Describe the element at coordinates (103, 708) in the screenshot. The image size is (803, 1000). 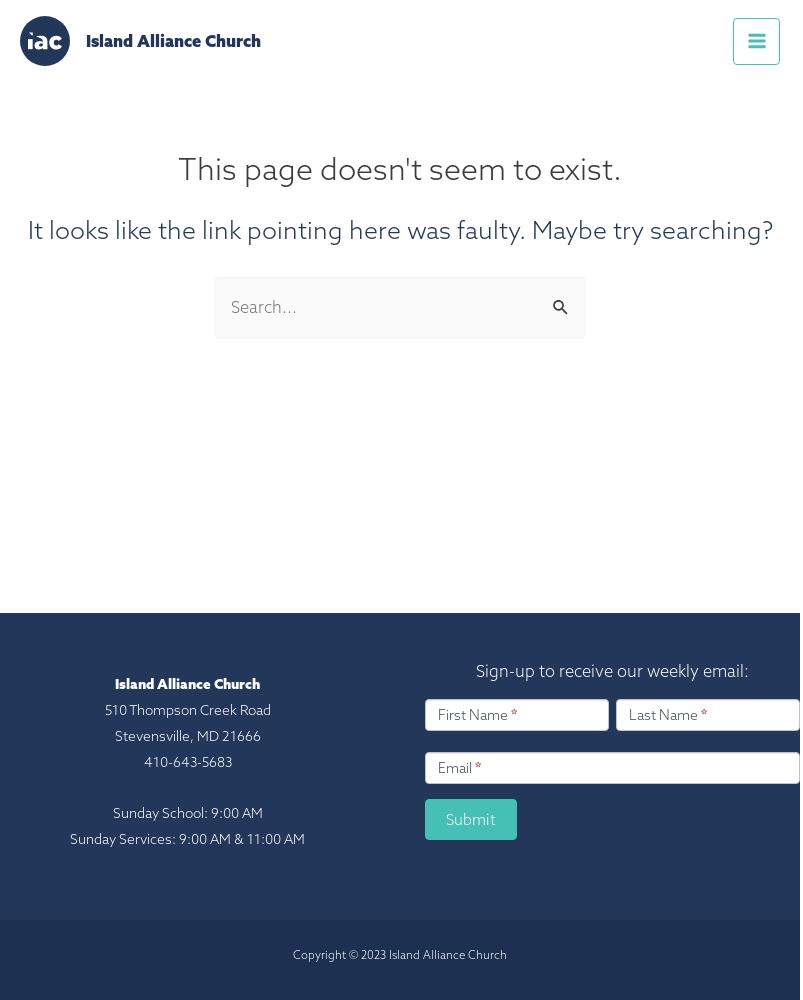
I see `'510 Thompson Creek Road'` at that location.